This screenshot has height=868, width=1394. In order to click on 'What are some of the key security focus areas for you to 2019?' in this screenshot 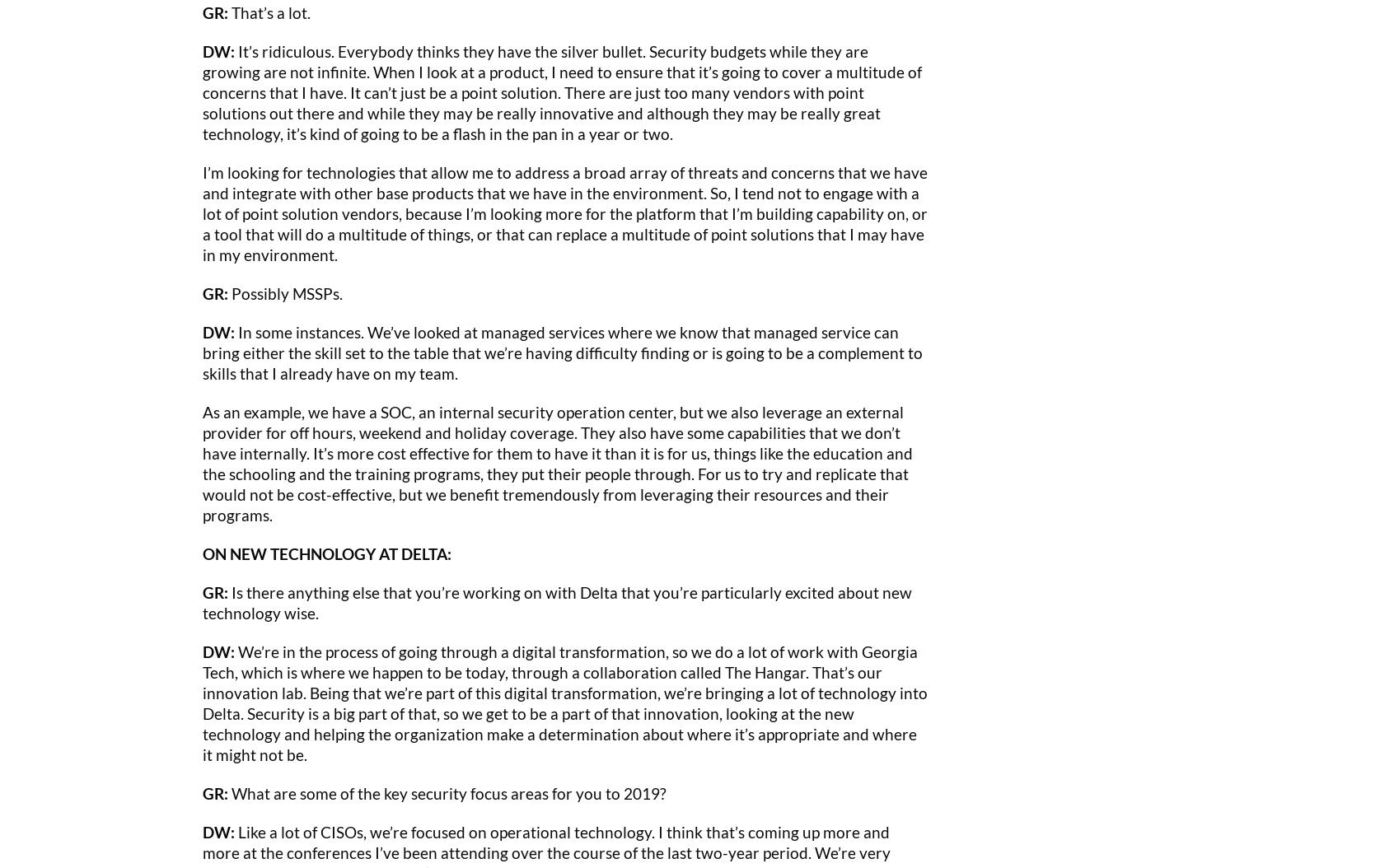, I will do `click(227, 792)`.